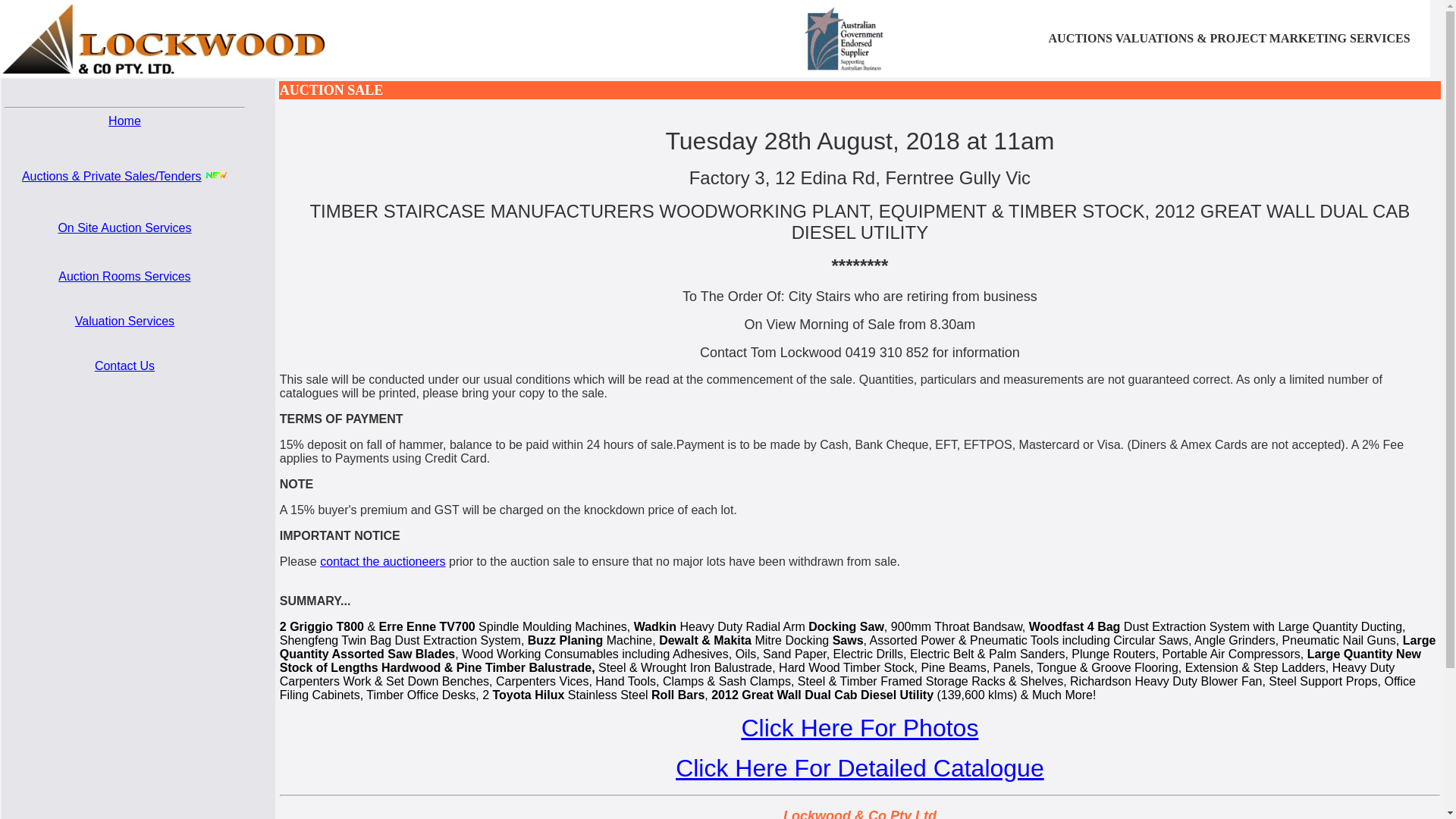 The width and height of the screenshot is (1456, 819). Describe the element at coordinates (124, 320) in the screenshot. I see `'Valuation Services'` at that location.